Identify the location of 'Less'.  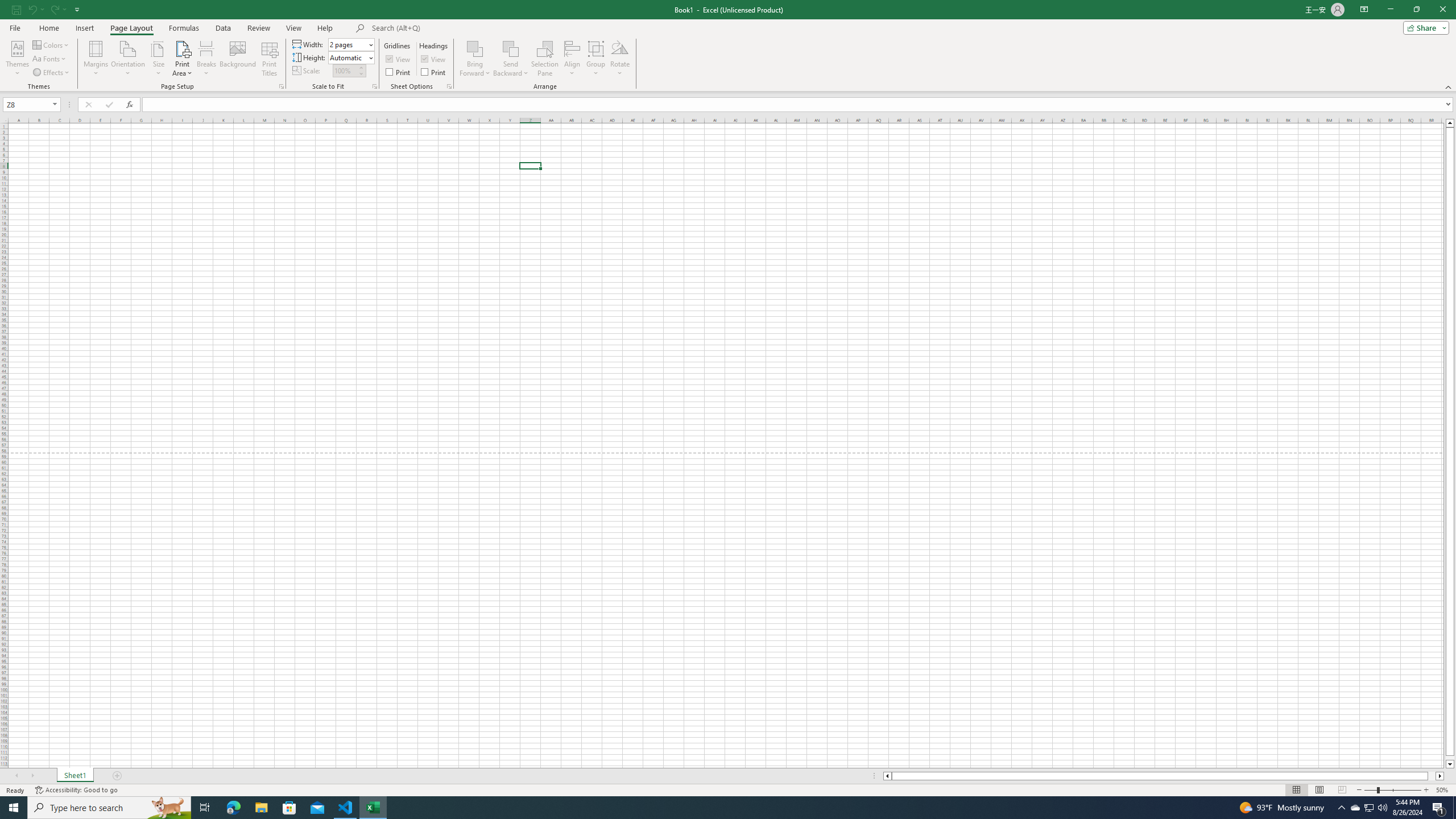
(360, 73).